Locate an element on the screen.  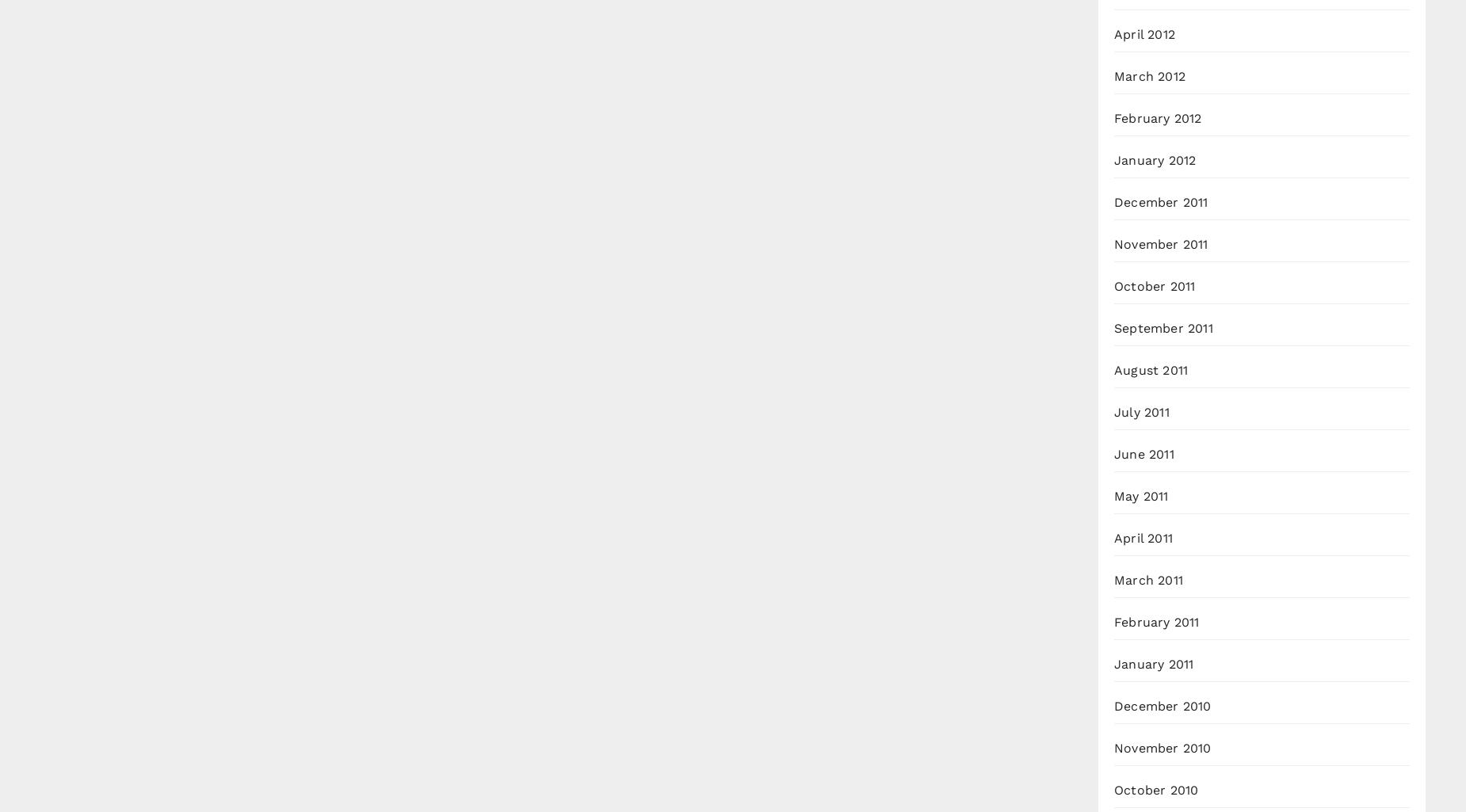
'April 2011' is located at coordinates (1143, 538).